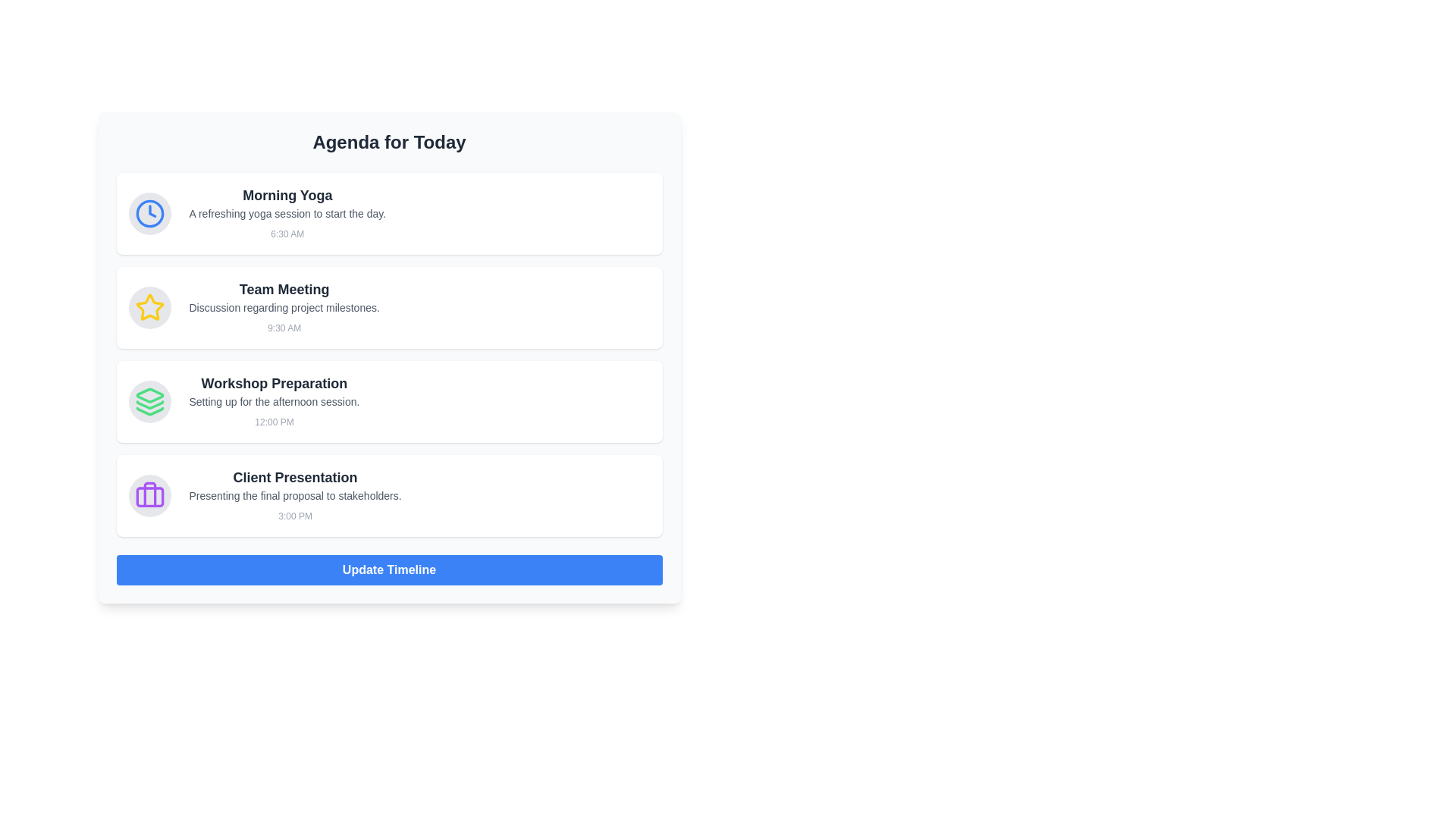  What do you see at coordinates (149, 404) in the screenshot?
I see `the middle layer of the layered stack icon styled in green, which is associated with the 'Workshop Preparation' text in the agenda list` at bounding box center [149, 404].